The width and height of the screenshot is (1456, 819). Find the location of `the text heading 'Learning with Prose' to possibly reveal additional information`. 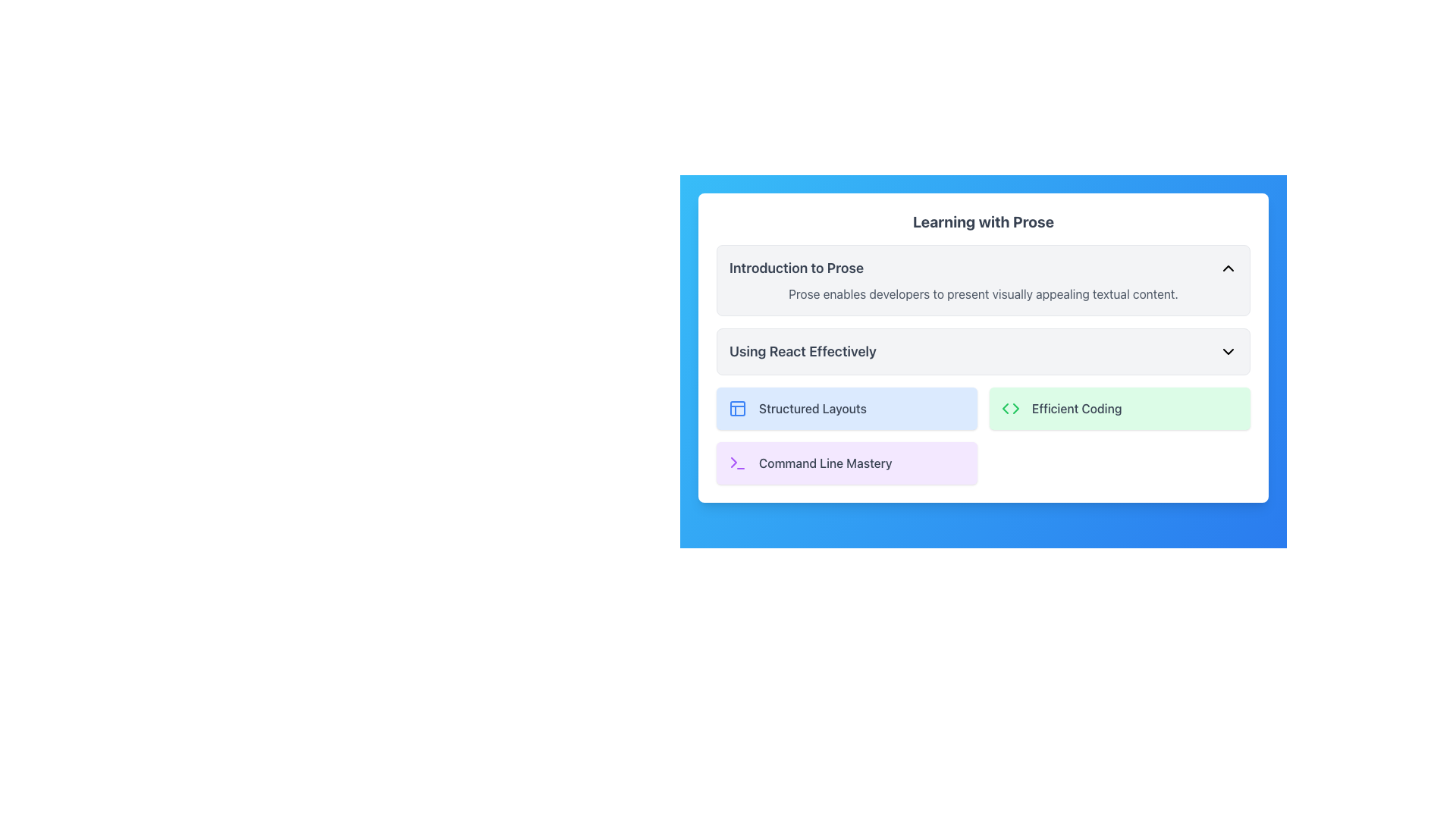

the text heading 'Learning with Prose' to possibly reveal additional information is located at coordinates (983, 222).